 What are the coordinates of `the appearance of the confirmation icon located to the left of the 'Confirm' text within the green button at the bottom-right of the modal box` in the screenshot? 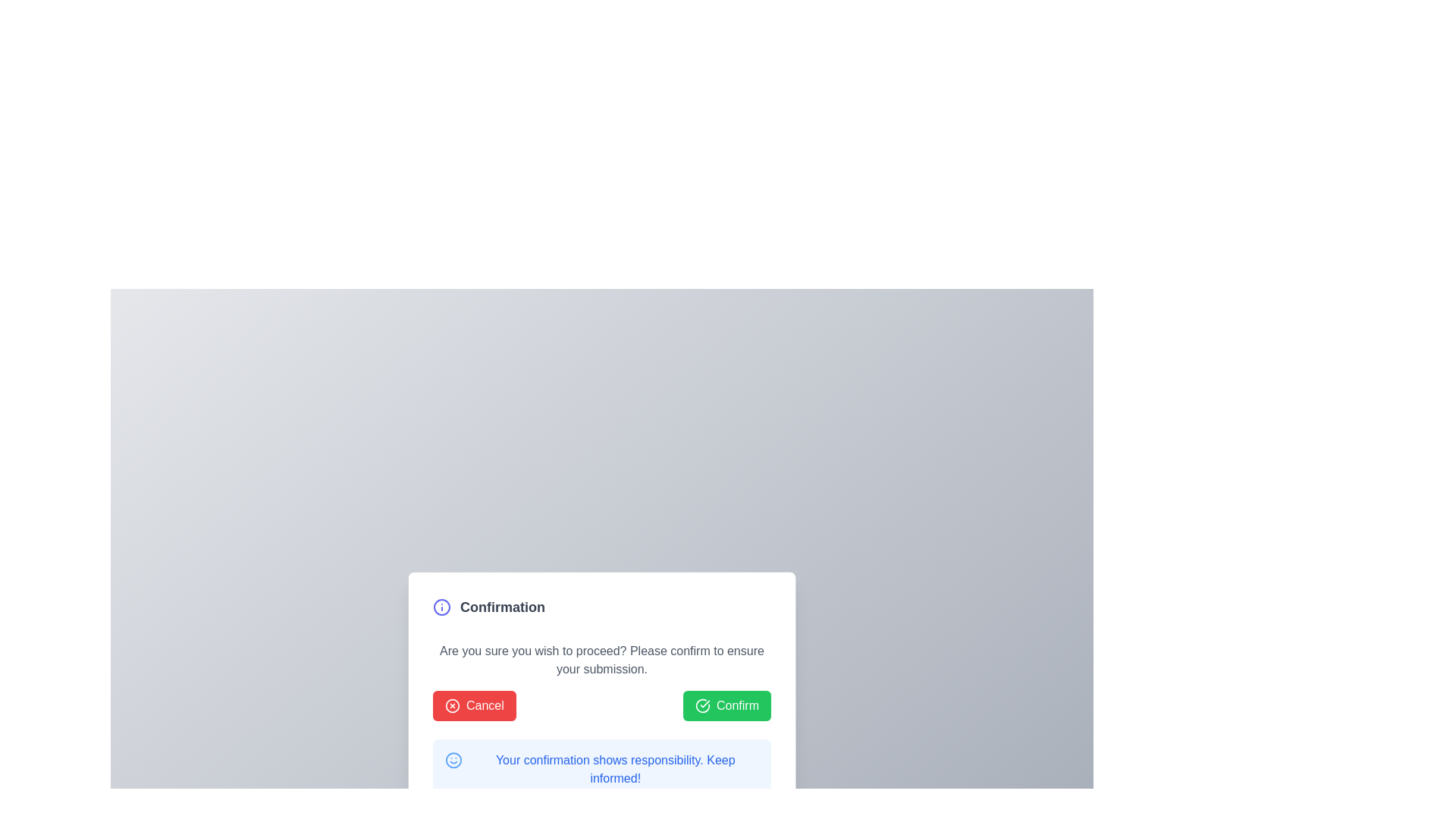 It's located at (701, 705).